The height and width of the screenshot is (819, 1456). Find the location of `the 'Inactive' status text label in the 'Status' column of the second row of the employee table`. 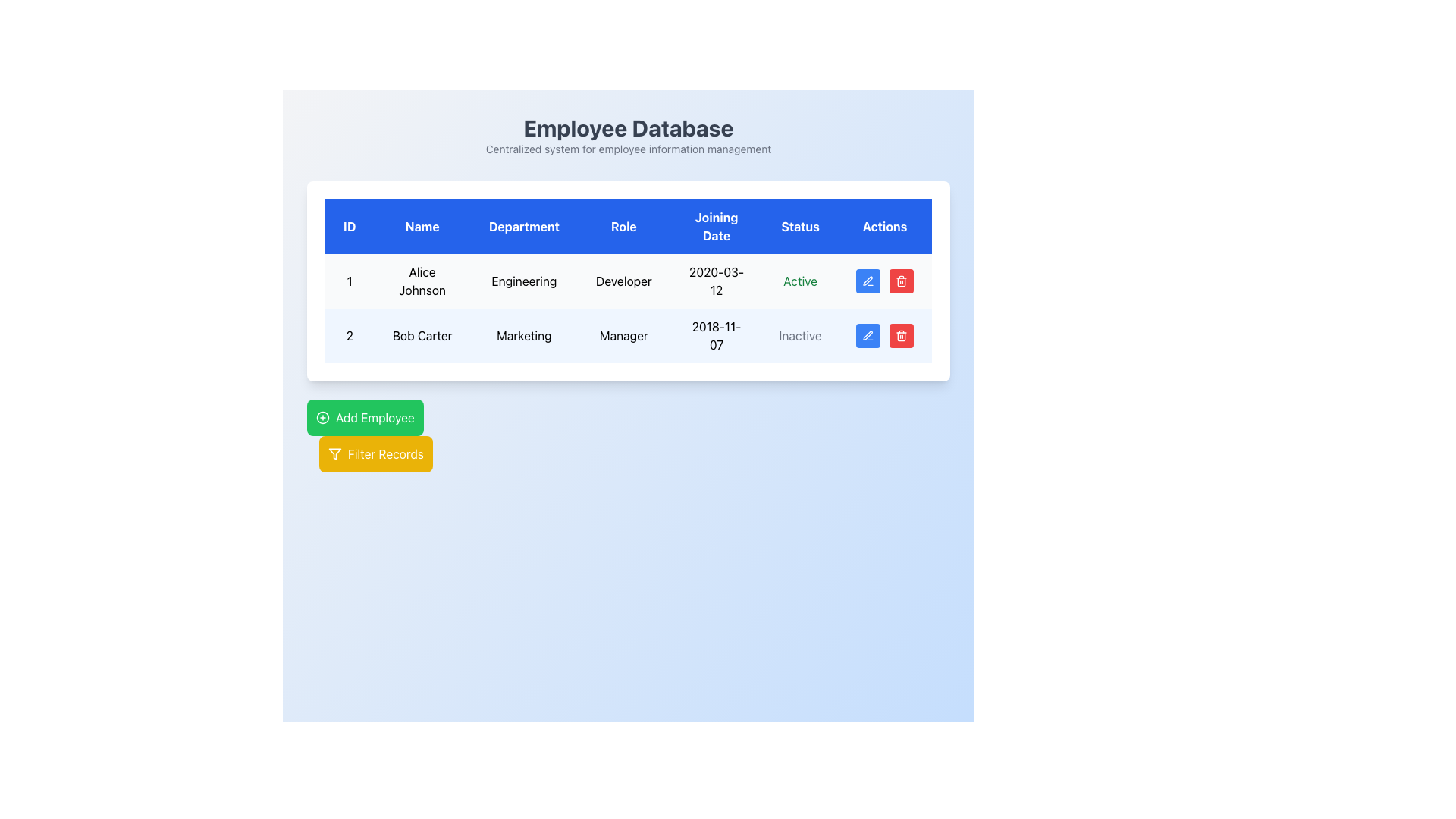

the 'Inactive' status text label in the 'Status' column of the second row of the employee table is located at coordinates (799, 335).